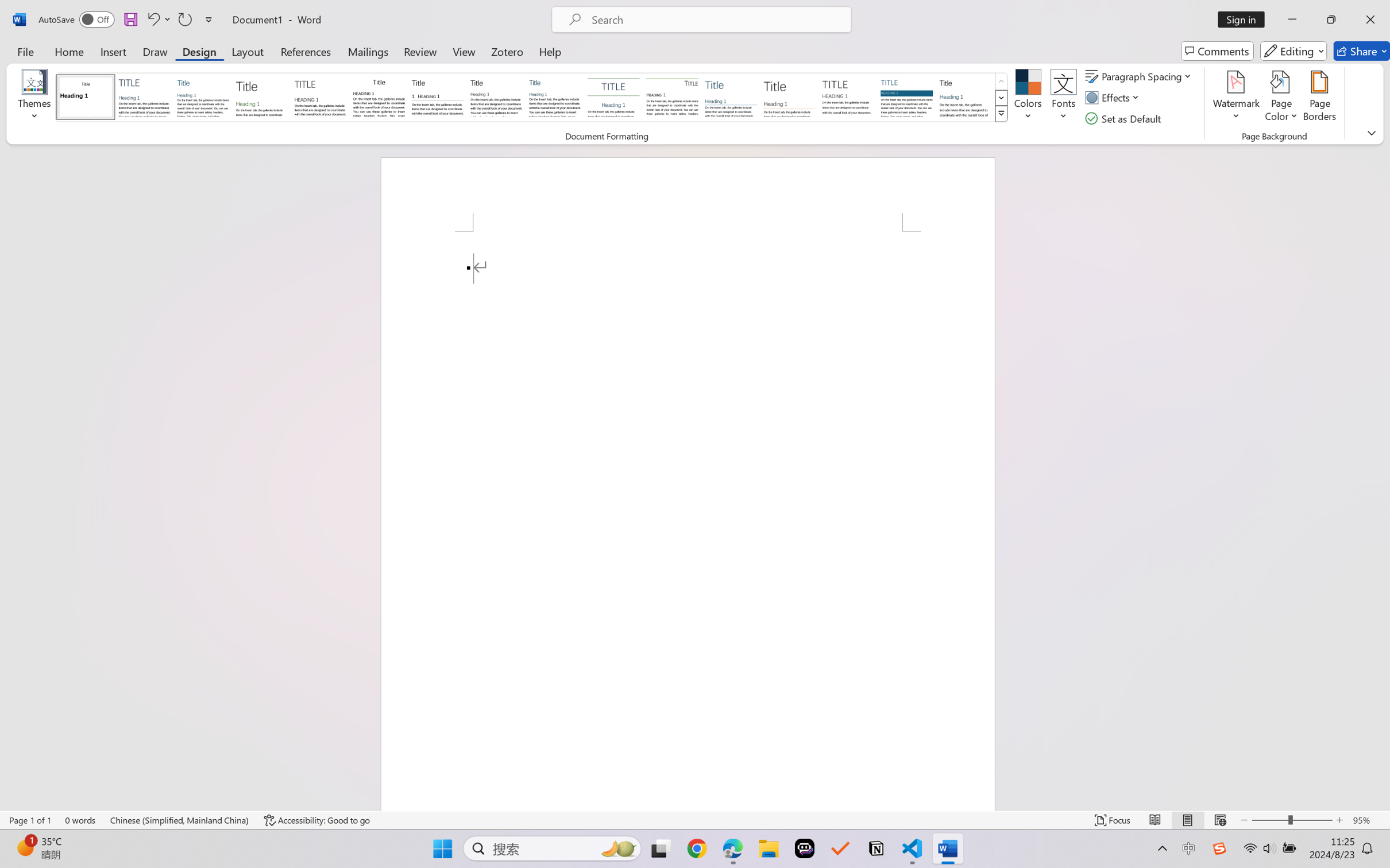 Image resolution: width=1390 pixels, height=868 pixels. I want to click on 'Editing', so click(1294, 51).